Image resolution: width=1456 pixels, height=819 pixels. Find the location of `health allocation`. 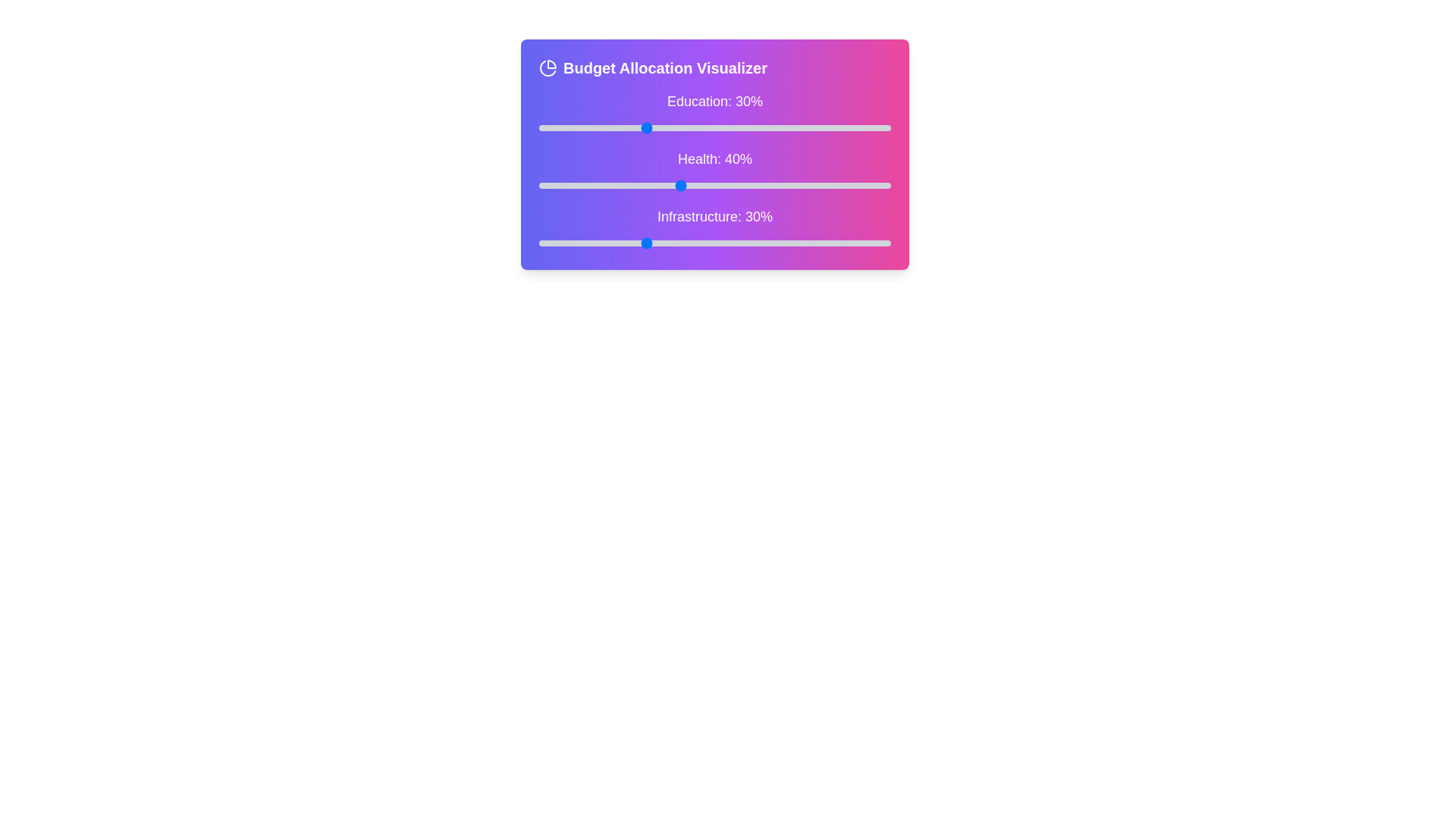

health allocation is located at coordinates (880, 185).